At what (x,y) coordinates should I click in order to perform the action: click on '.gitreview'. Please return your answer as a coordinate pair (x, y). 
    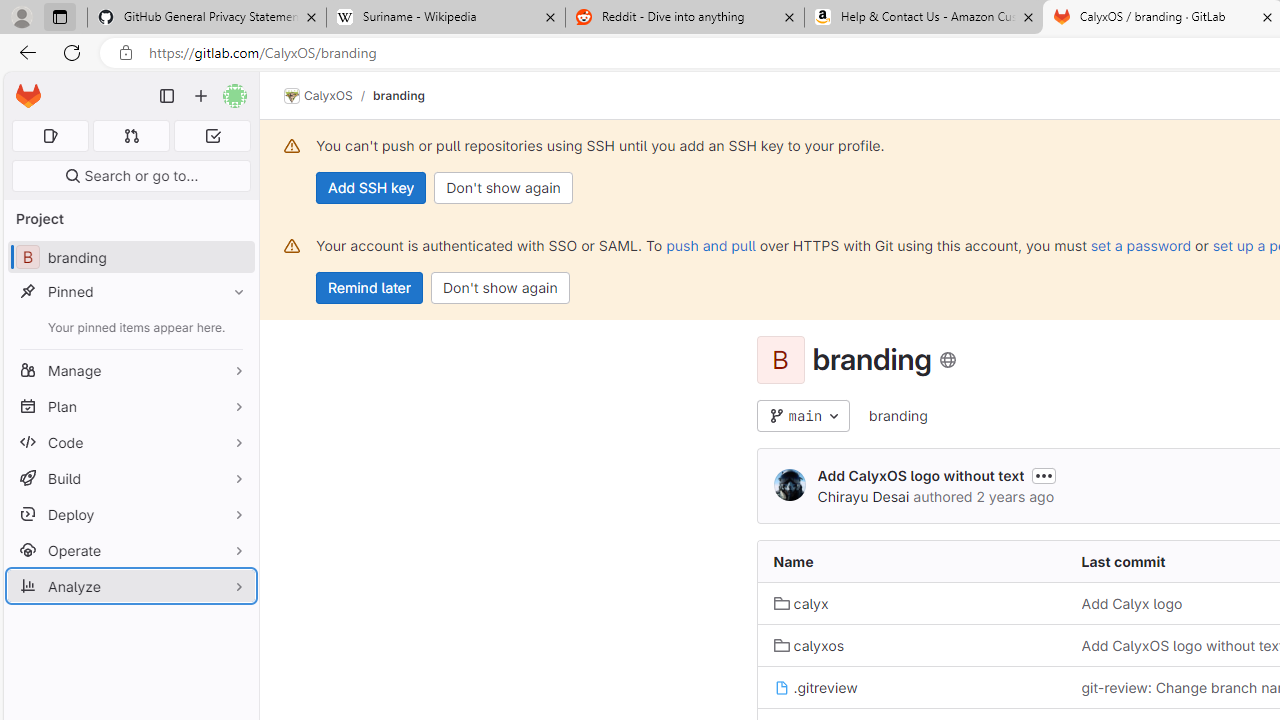
    Looking at the image, I should click on (815, 686).